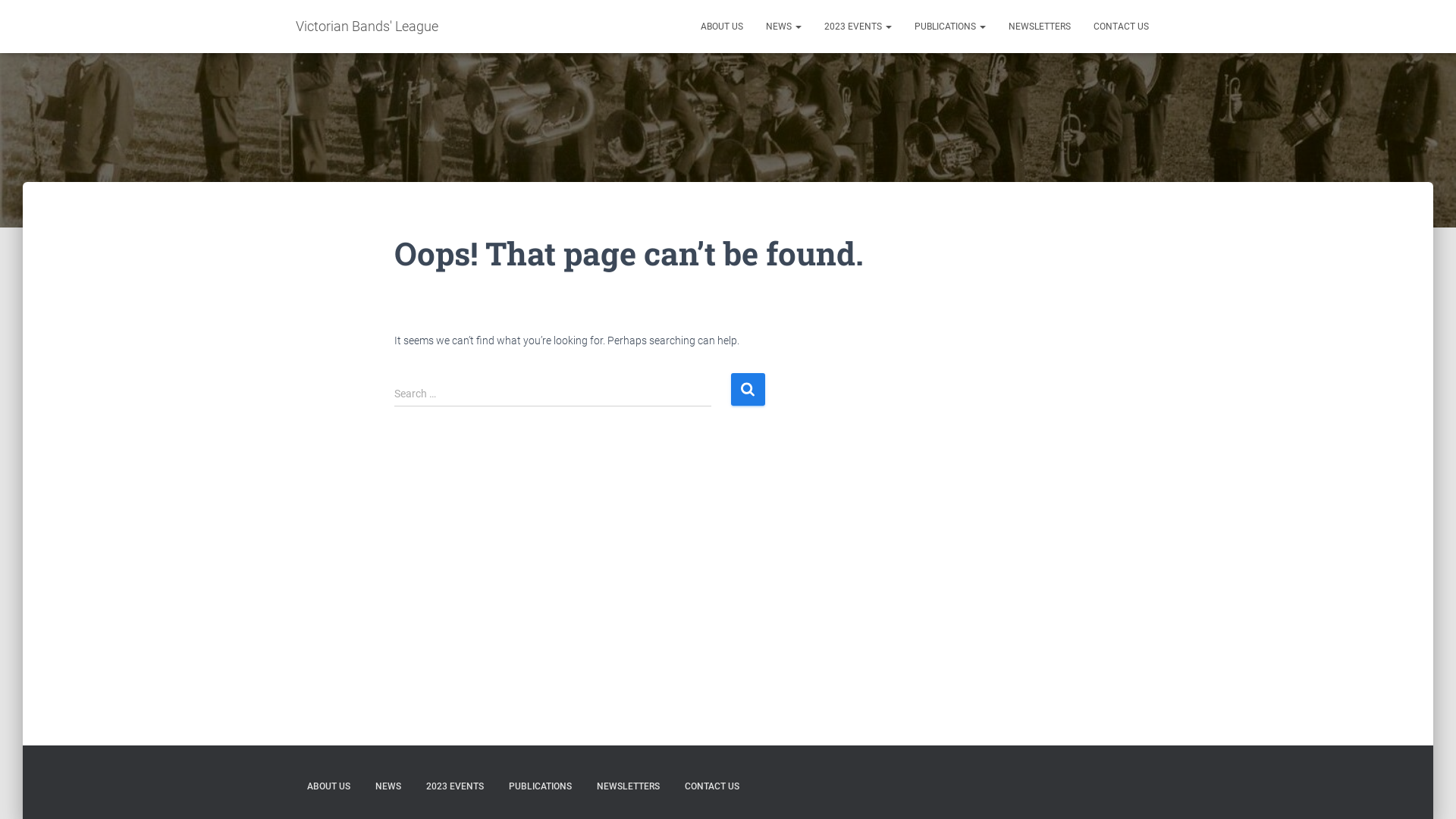 This screenshot has height=819, width=1456. What do you see at coordinates (1039, 26) in the screenshot?
I see `'NEWSLETTERS'` at bounding box center [1039, 26].